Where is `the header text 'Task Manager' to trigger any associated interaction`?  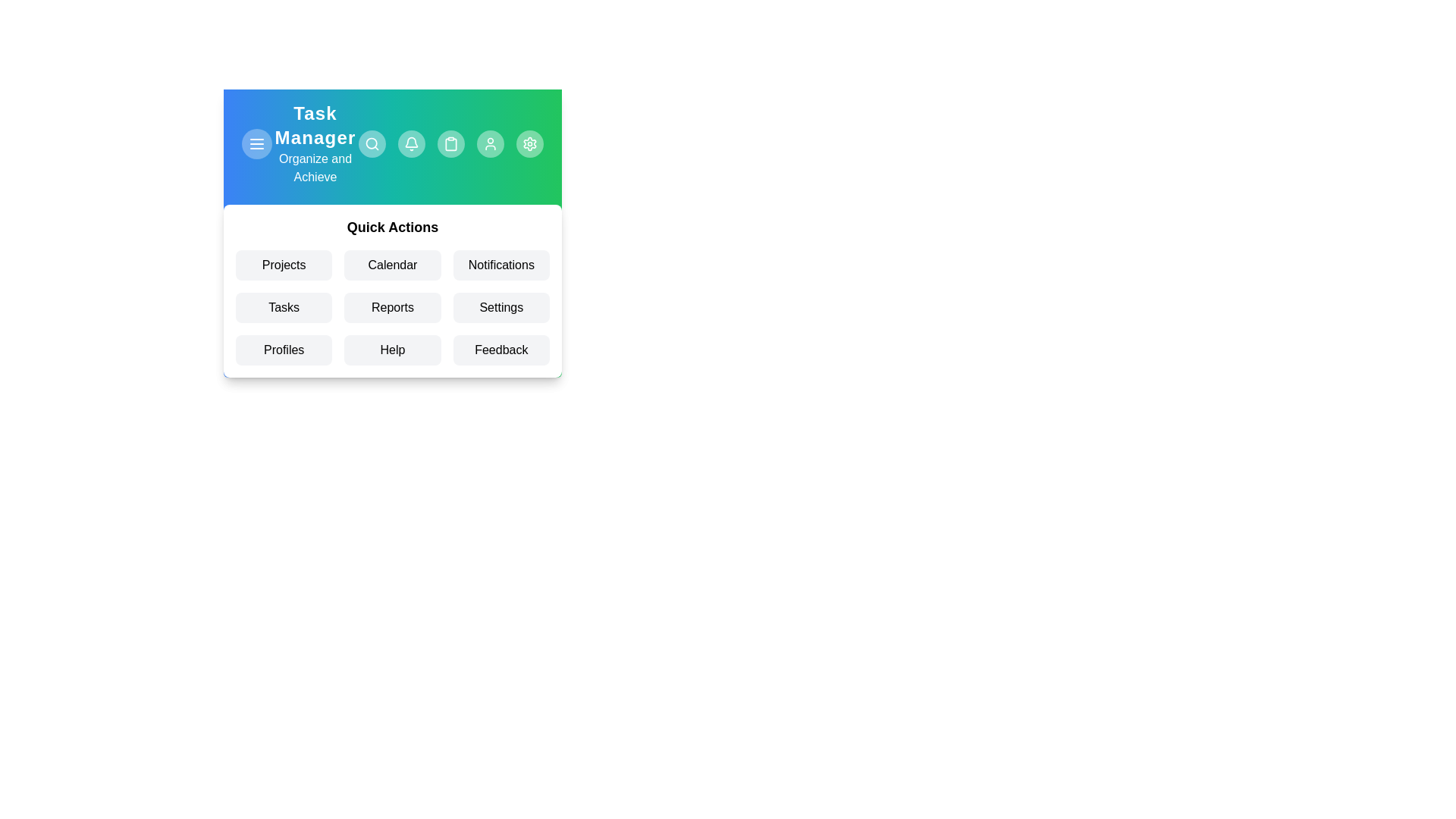
the header text 'Task Manager' to trigger any associated interaction is located at coordinates (315, 124).